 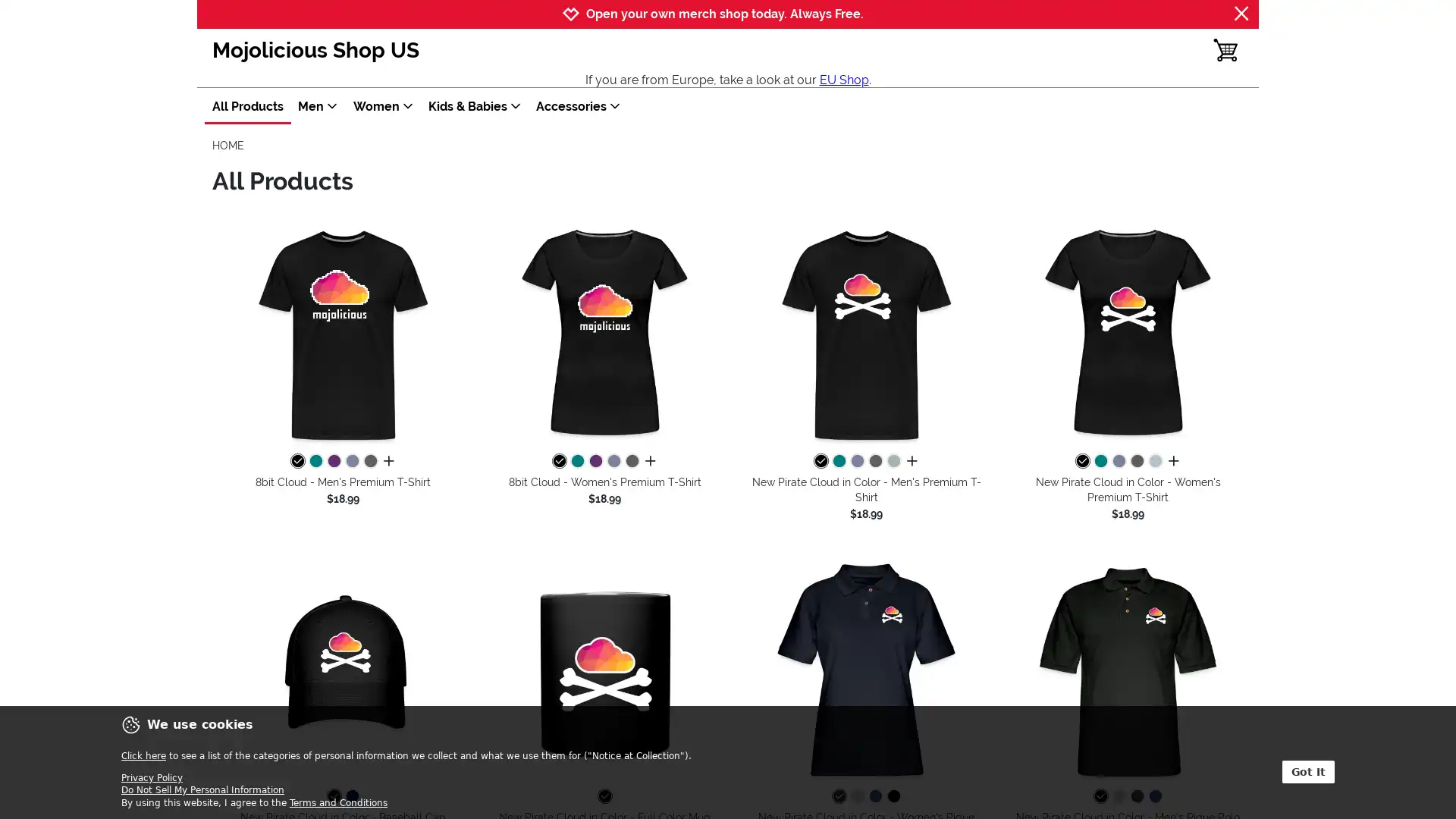 What do you see at coordinates (1100, 461) in the screenshot?
I see `teal` at bounding box center [1100, 461].